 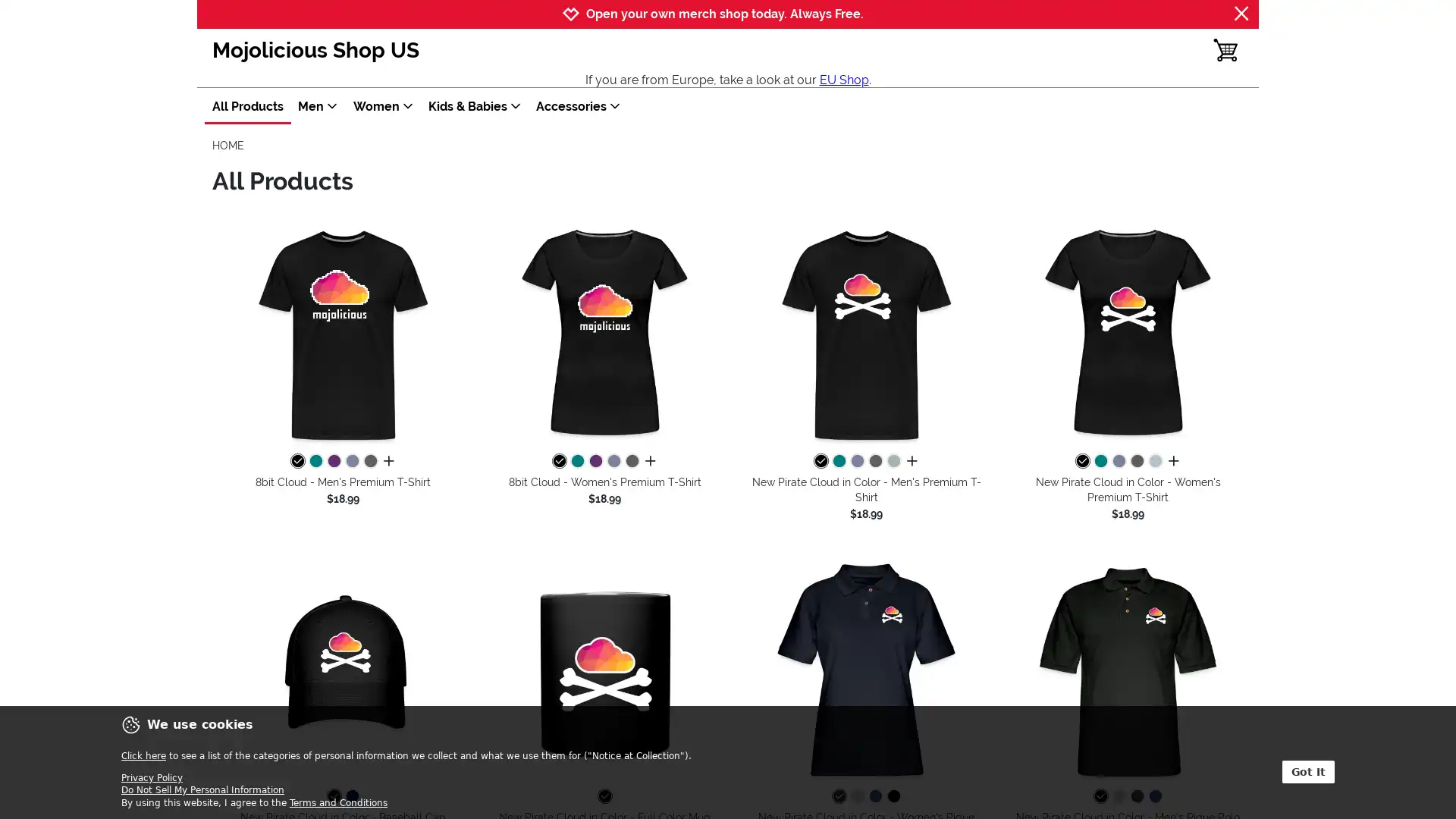 What do you see at coordinates (1100, 461) in the screenshot?
I see `teal` at bounding box center [1100, 461].